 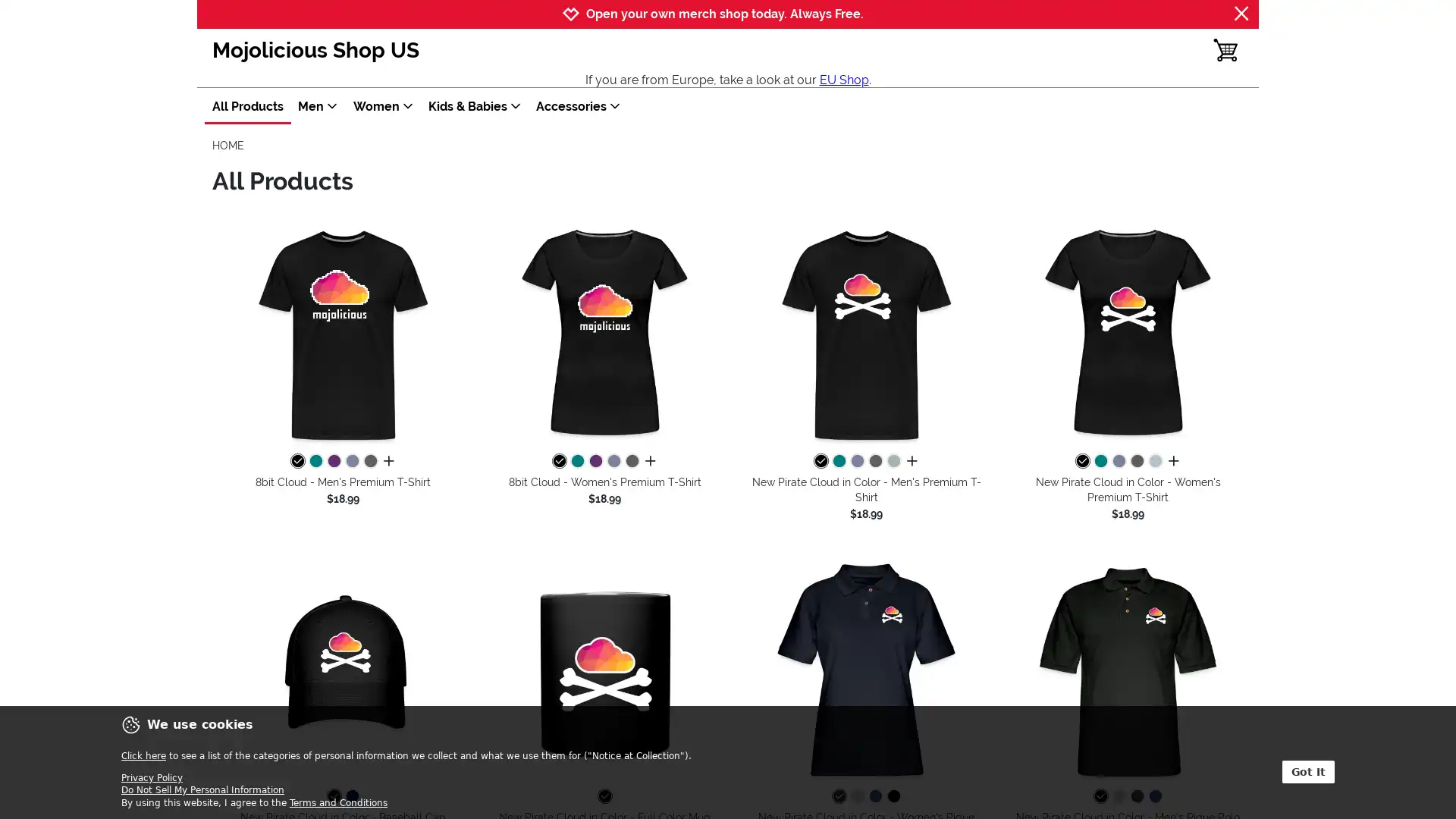 What do you see at coordinates (1100, 461) in the screenshot?
I see `teal` at bounding box center [1100, 461].